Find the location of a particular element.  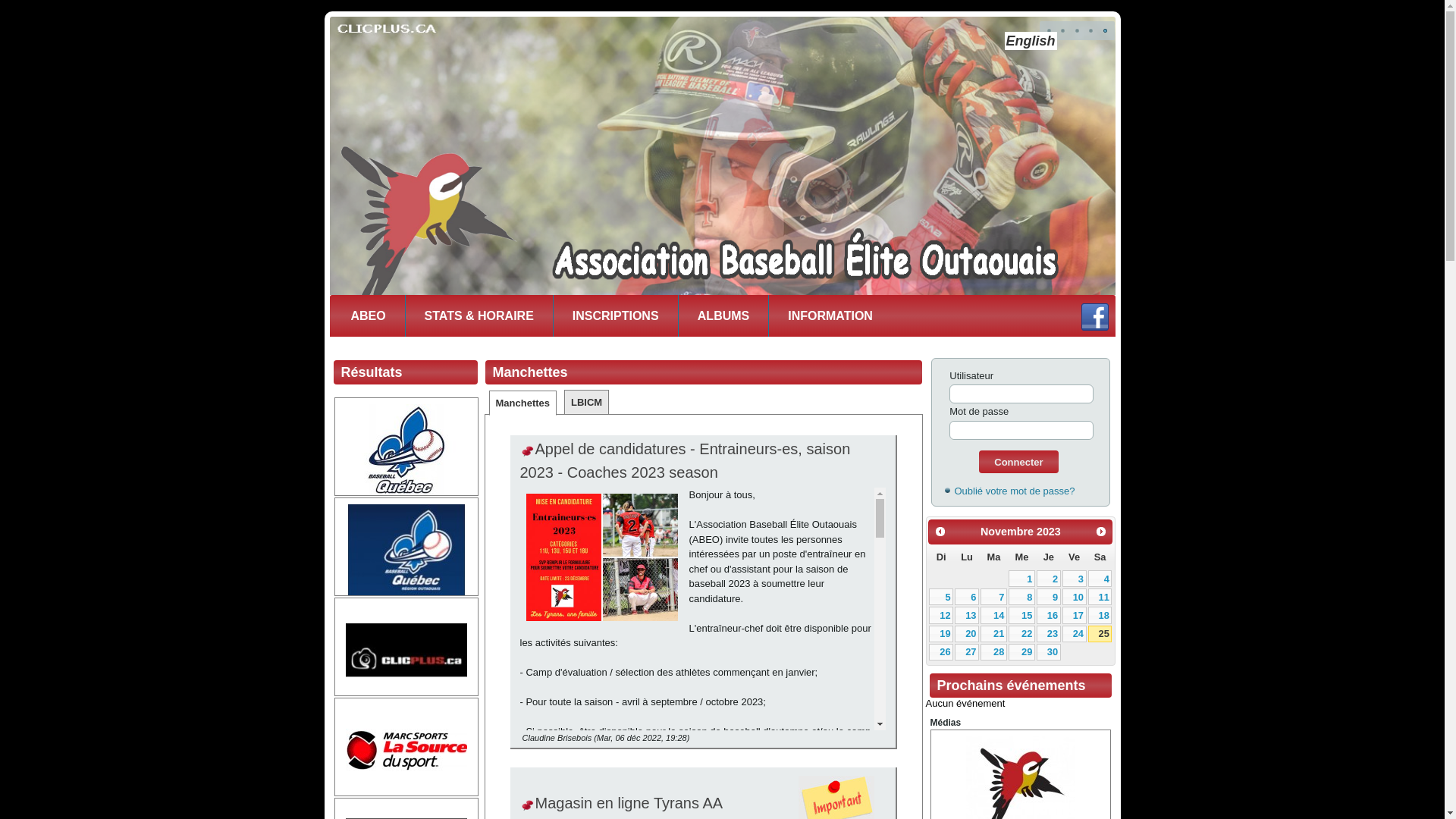

'19' is located at coordinates (927, 634).